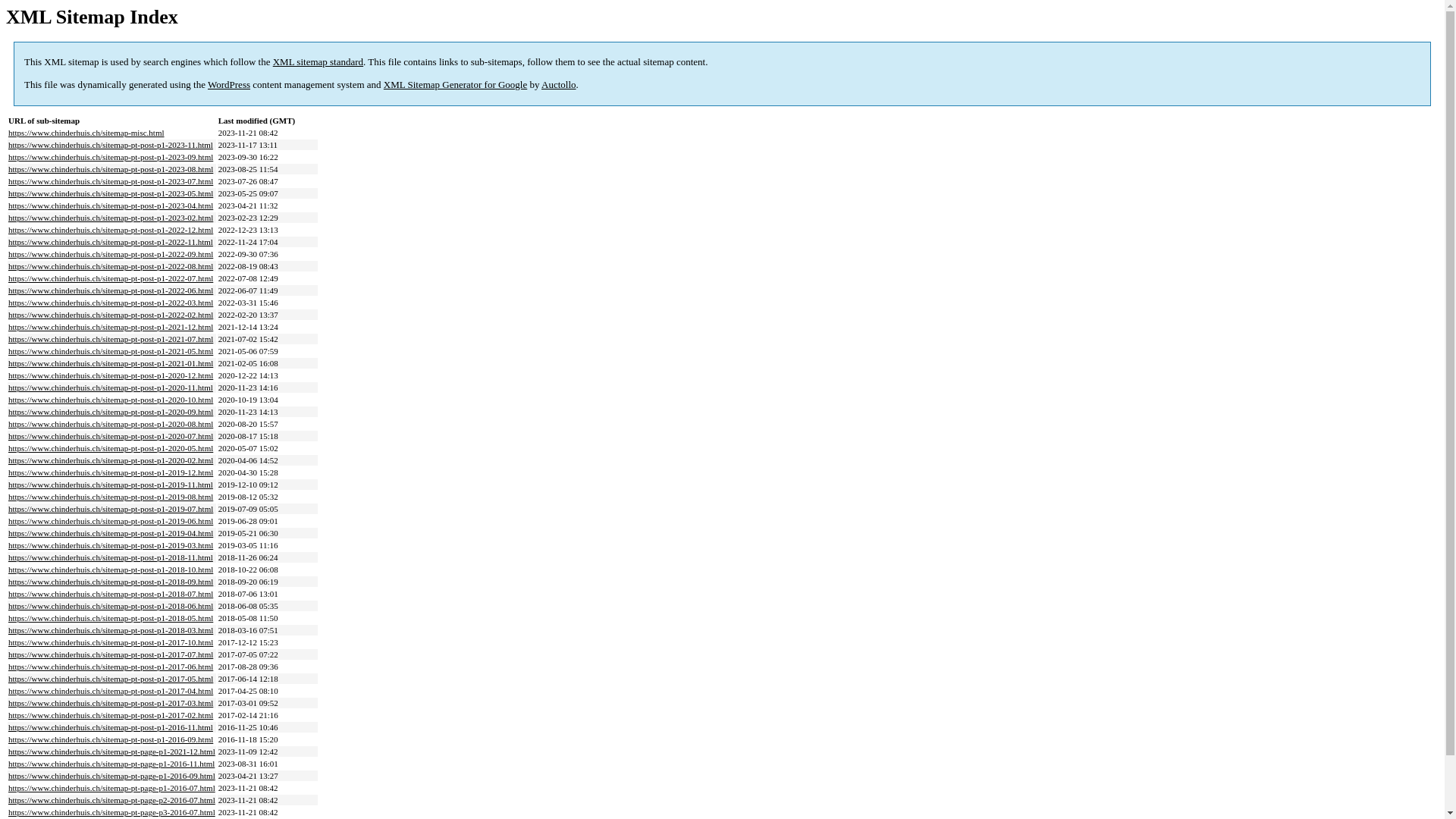  What do you see at coordinates (109, 459) in the screenshot?
I see `'https://www.chinderhuis.ch/sitemap-pt-post-p1-2020-02.html'` at bounding box center [109, 459].